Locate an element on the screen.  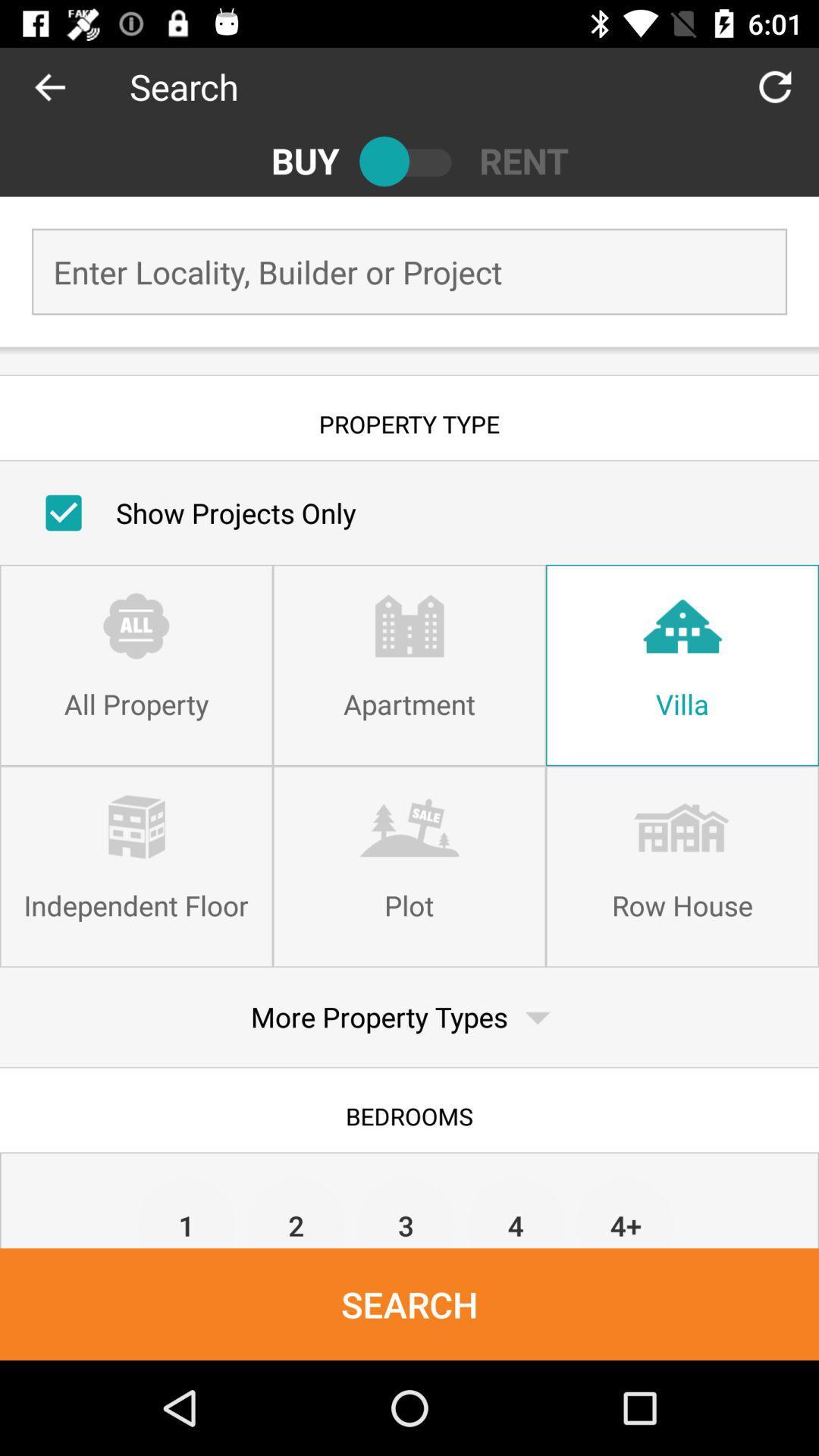
the icon above the search item is located at coordinates (297, 1211).